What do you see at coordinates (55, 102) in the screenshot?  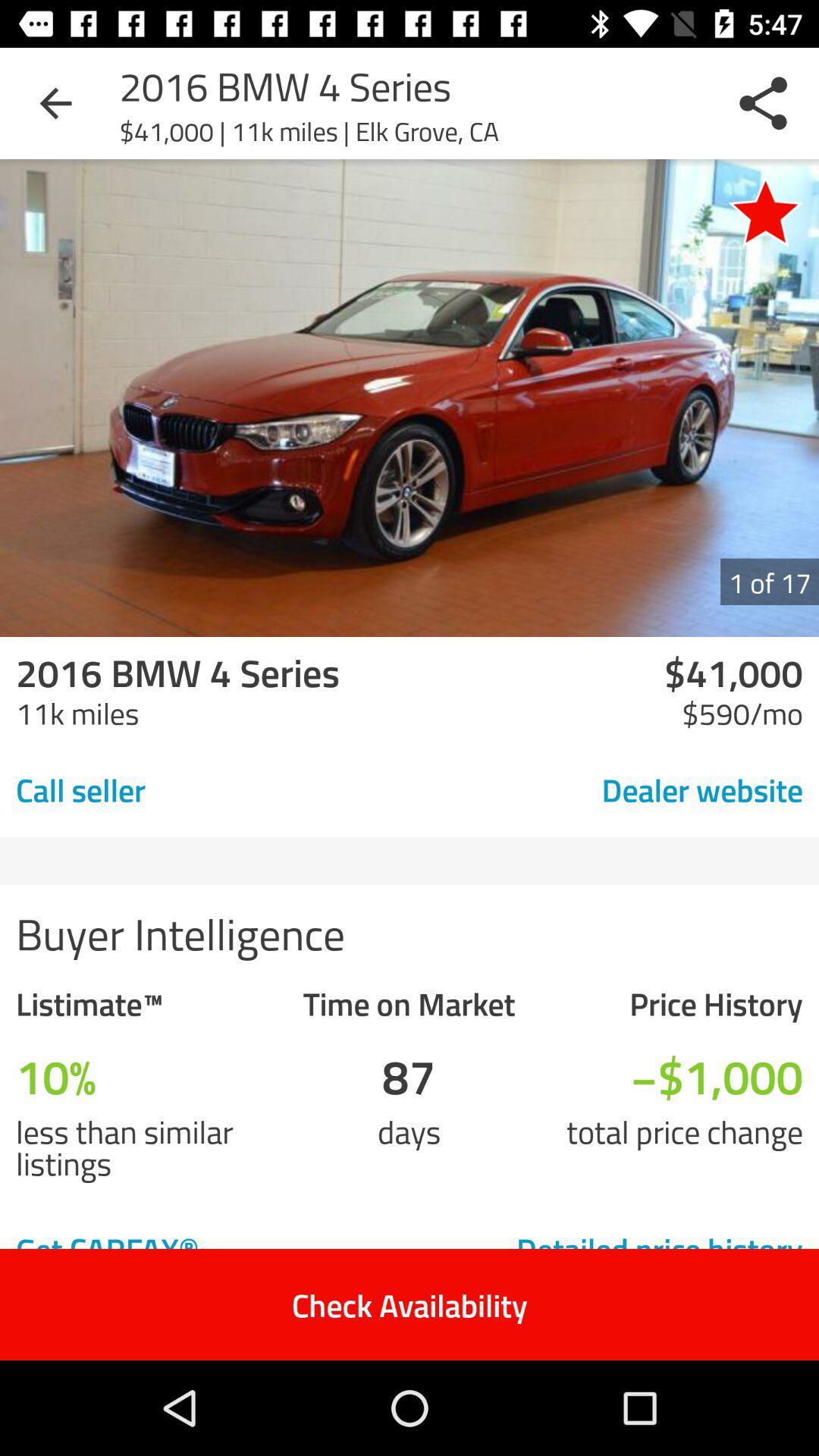 I see `icon next to 2016 bmw 4 item` at bounding box center [55, 102].